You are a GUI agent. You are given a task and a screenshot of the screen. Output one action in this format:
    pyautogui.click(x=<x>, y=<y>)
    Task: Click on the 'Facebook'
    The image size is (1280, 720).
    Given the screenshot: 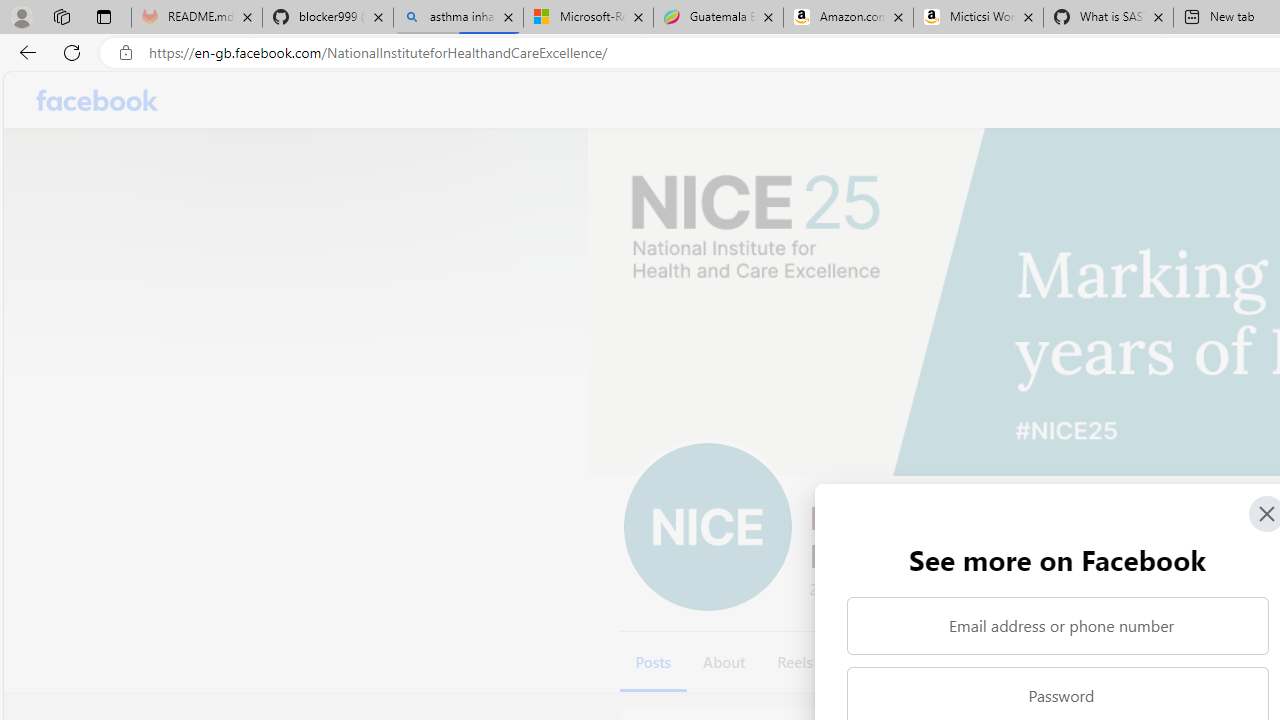 What is the action you would take?
    pyautogui.click(x=96, y=100)
    